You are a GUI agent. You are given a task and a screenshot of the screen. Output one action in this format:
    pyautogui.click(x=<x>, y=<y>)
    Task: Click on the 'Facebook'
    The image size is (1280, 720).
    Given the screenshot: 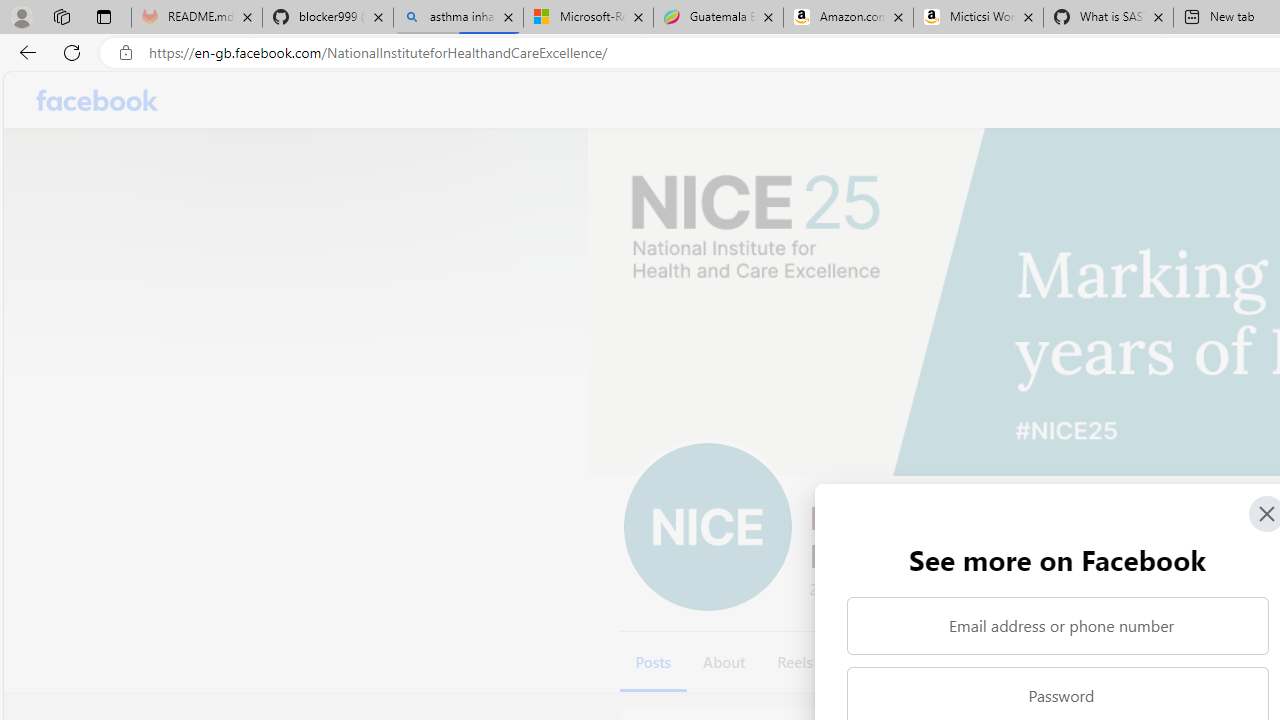 What is the action you would take?
    pyautogui.click(x=96, y=100)
    